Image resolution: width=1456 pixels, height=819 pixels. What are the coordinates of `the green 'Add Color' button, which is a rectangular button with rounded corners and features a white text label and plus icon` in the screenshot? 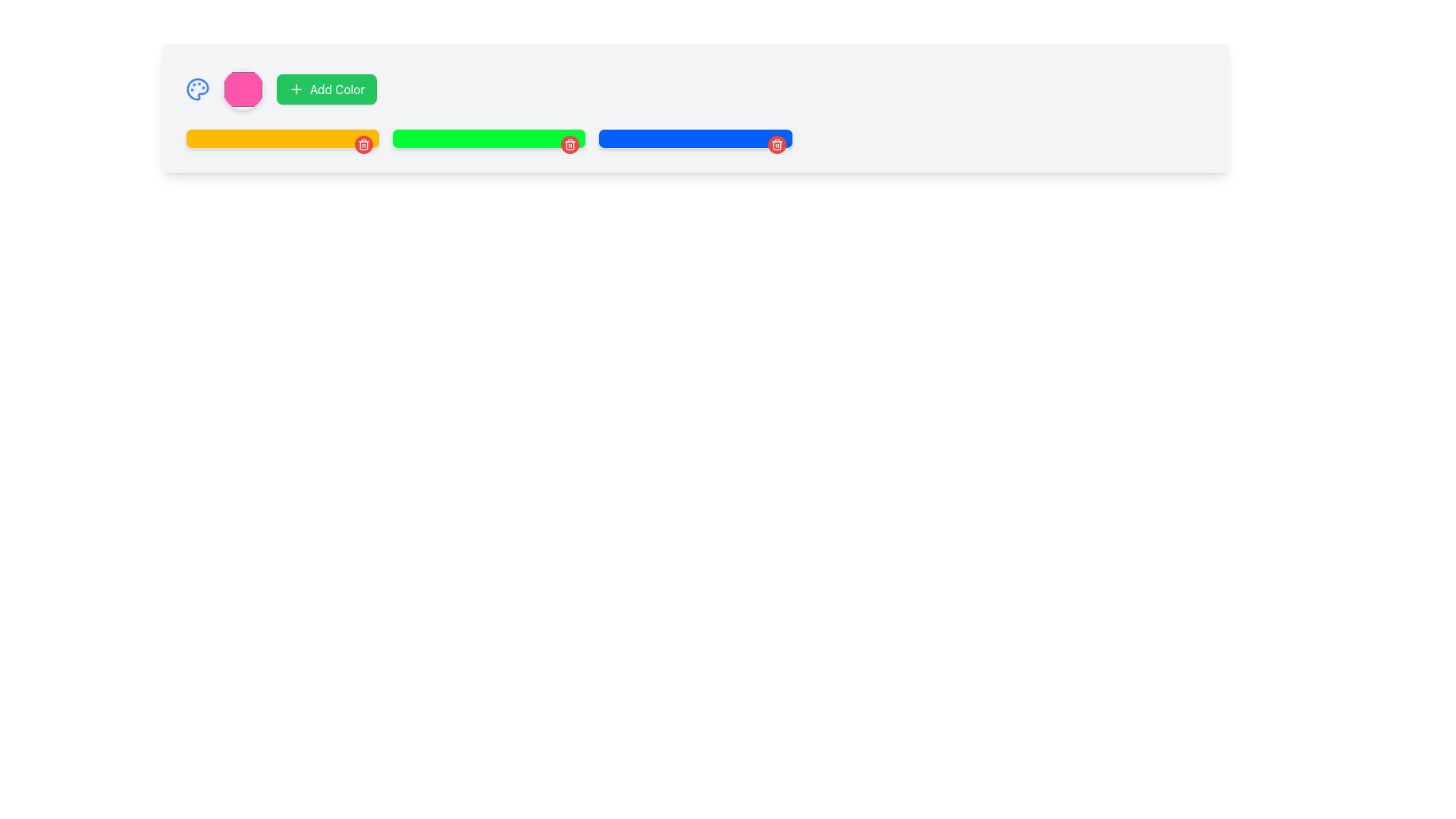 It's located at (326, 89).